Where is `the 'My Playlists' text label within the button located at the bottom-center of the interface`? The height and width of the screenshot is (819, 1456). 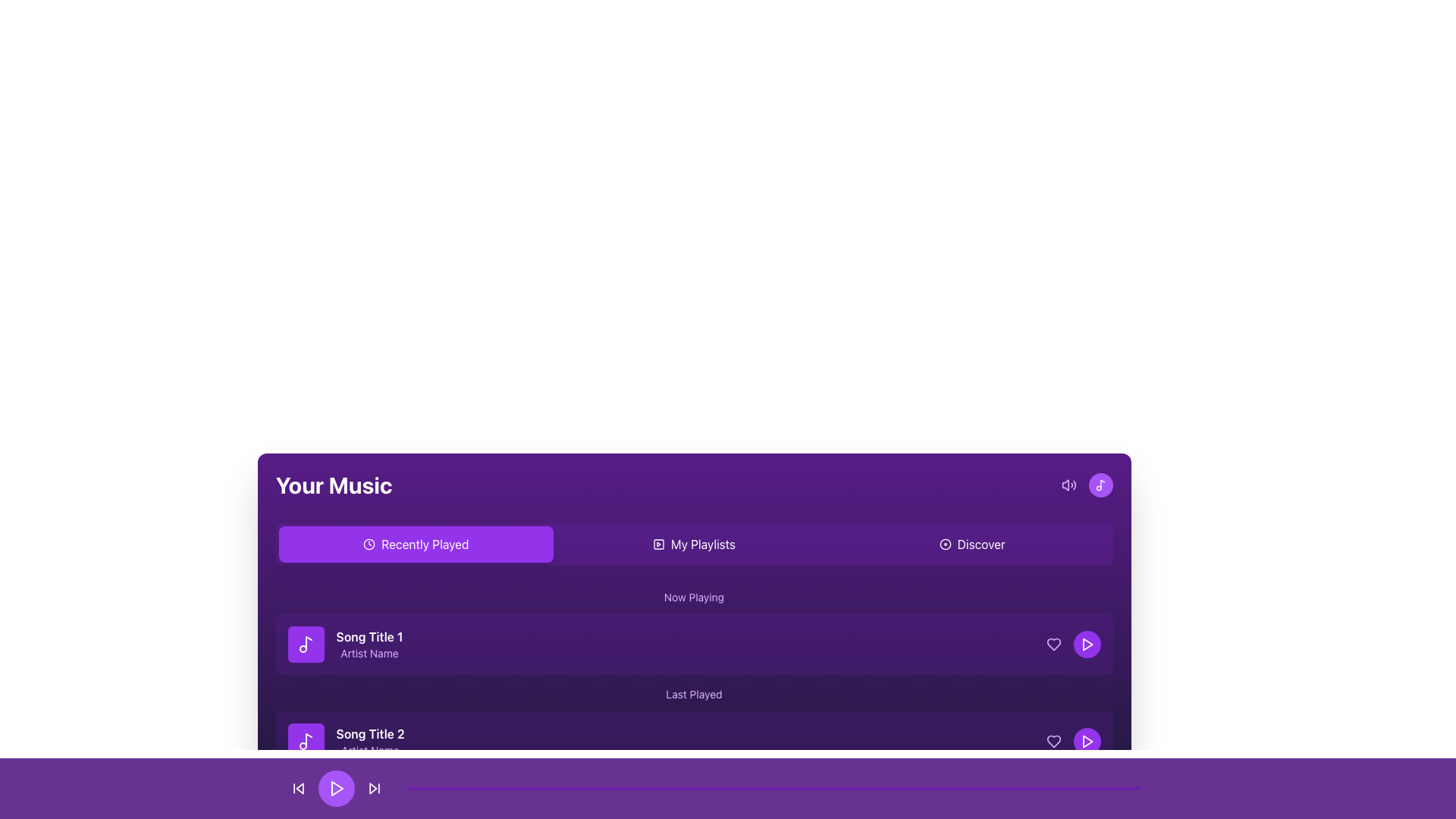 the 'My Playlists' text label within the button located at the bottom-center of the interface is located at coordinates (702, 543).